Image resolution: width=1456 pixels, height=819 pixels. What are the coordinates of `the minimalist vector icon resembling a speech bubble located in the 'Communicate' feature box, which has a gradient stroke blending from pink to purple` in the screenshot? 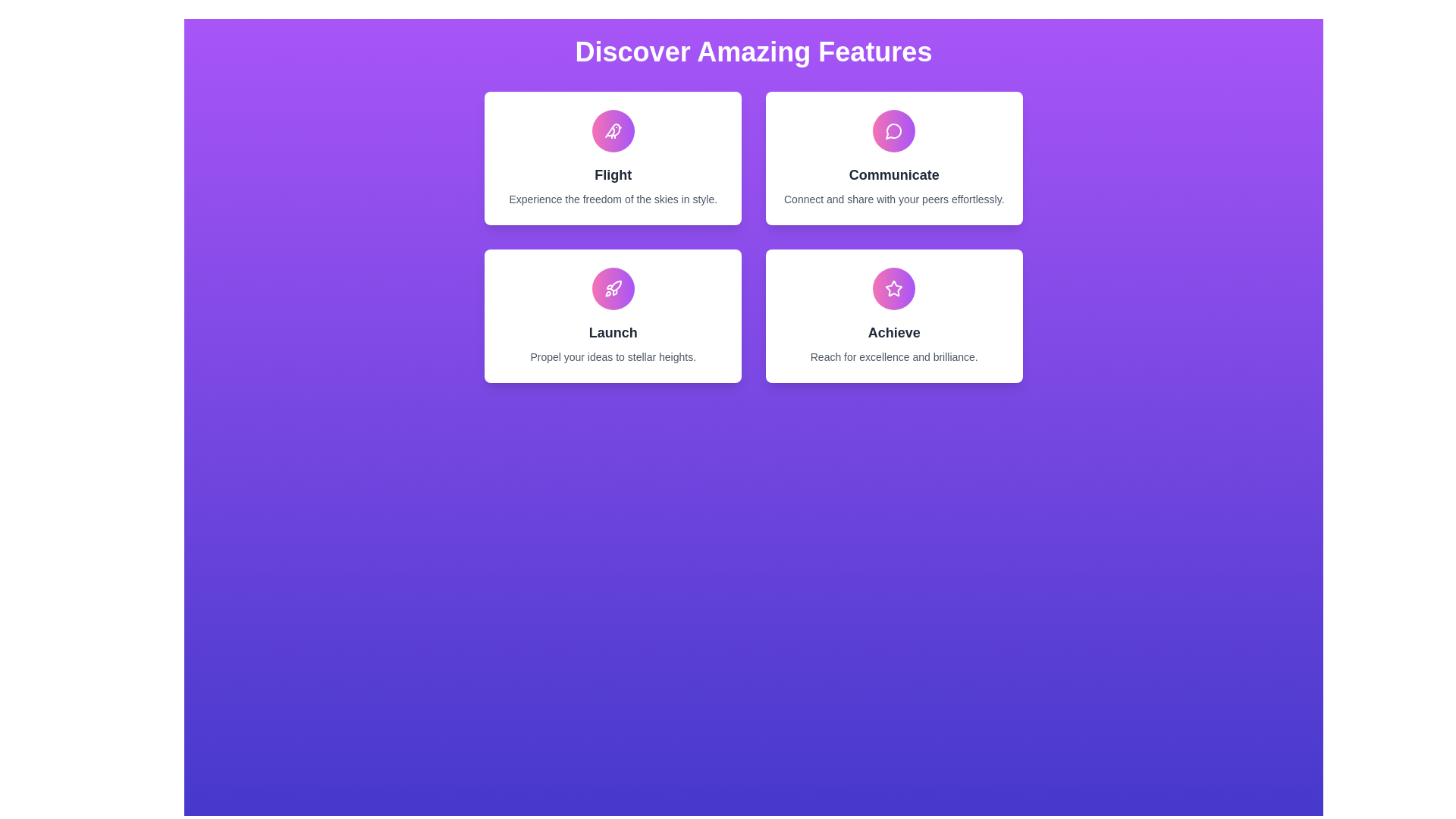 It's located at (894, 130).